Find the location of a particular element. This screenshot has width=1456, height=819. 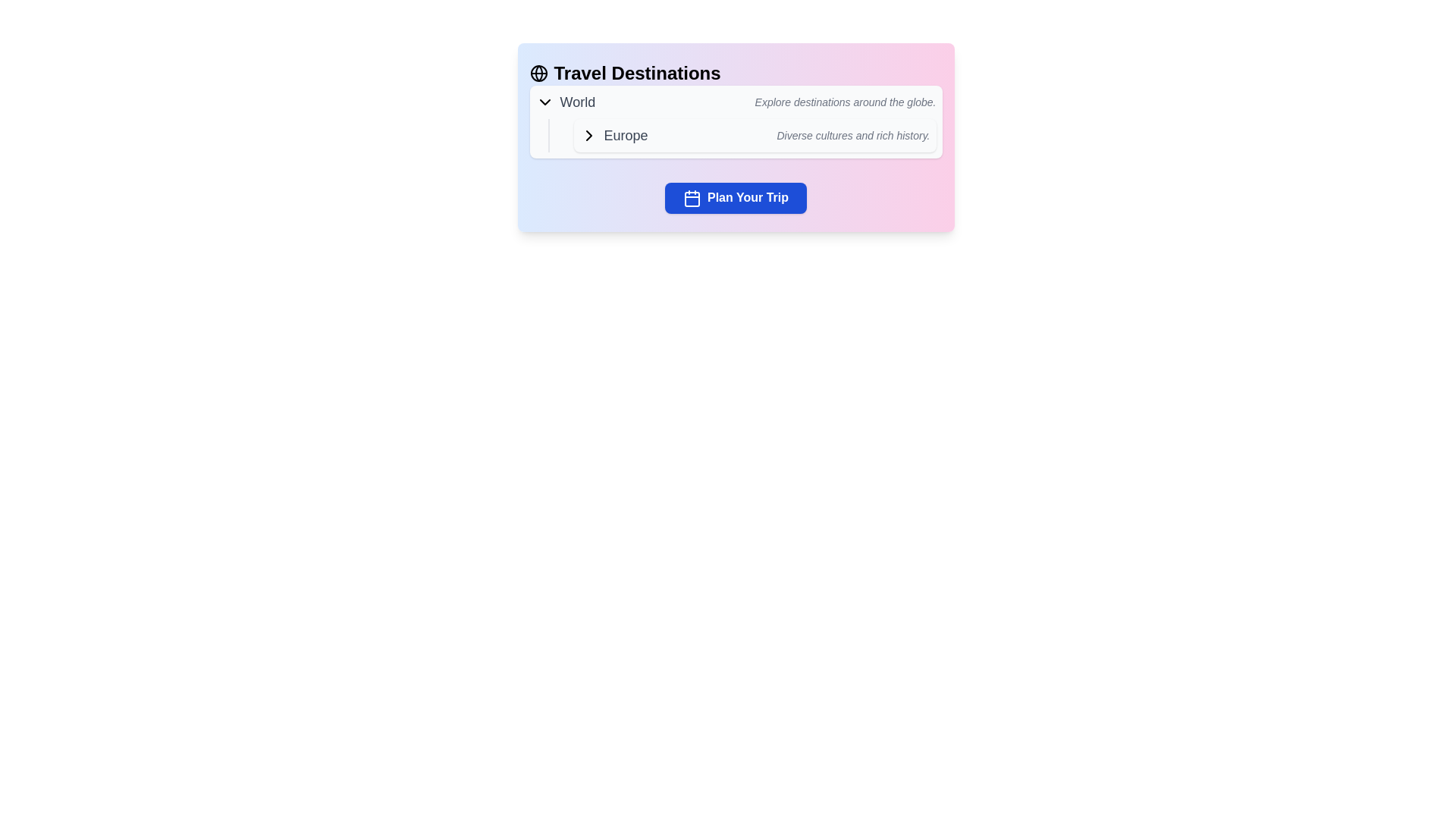

the selectable list item labeled 'Europe' which is the first item under 'World' in the 'Travel Destinations' section is located at coordinates (755, 134).